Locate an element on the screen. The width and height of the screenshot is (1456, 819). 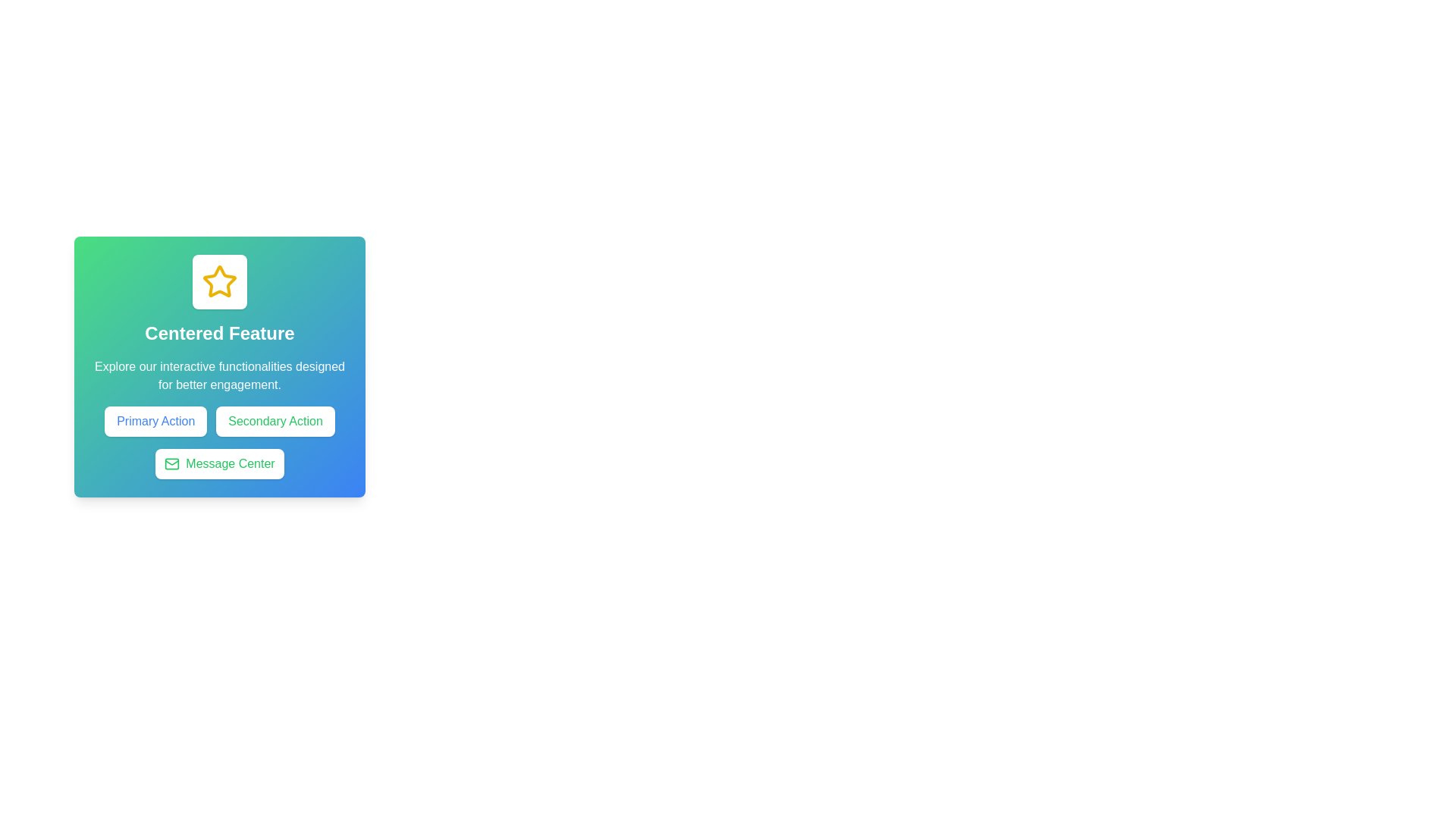
the decorative vector graphic element that is part of an envelope icon, located at the bottom of a card-like component beneath the 'Centered Feature' text is located at coordinates (172, 462).